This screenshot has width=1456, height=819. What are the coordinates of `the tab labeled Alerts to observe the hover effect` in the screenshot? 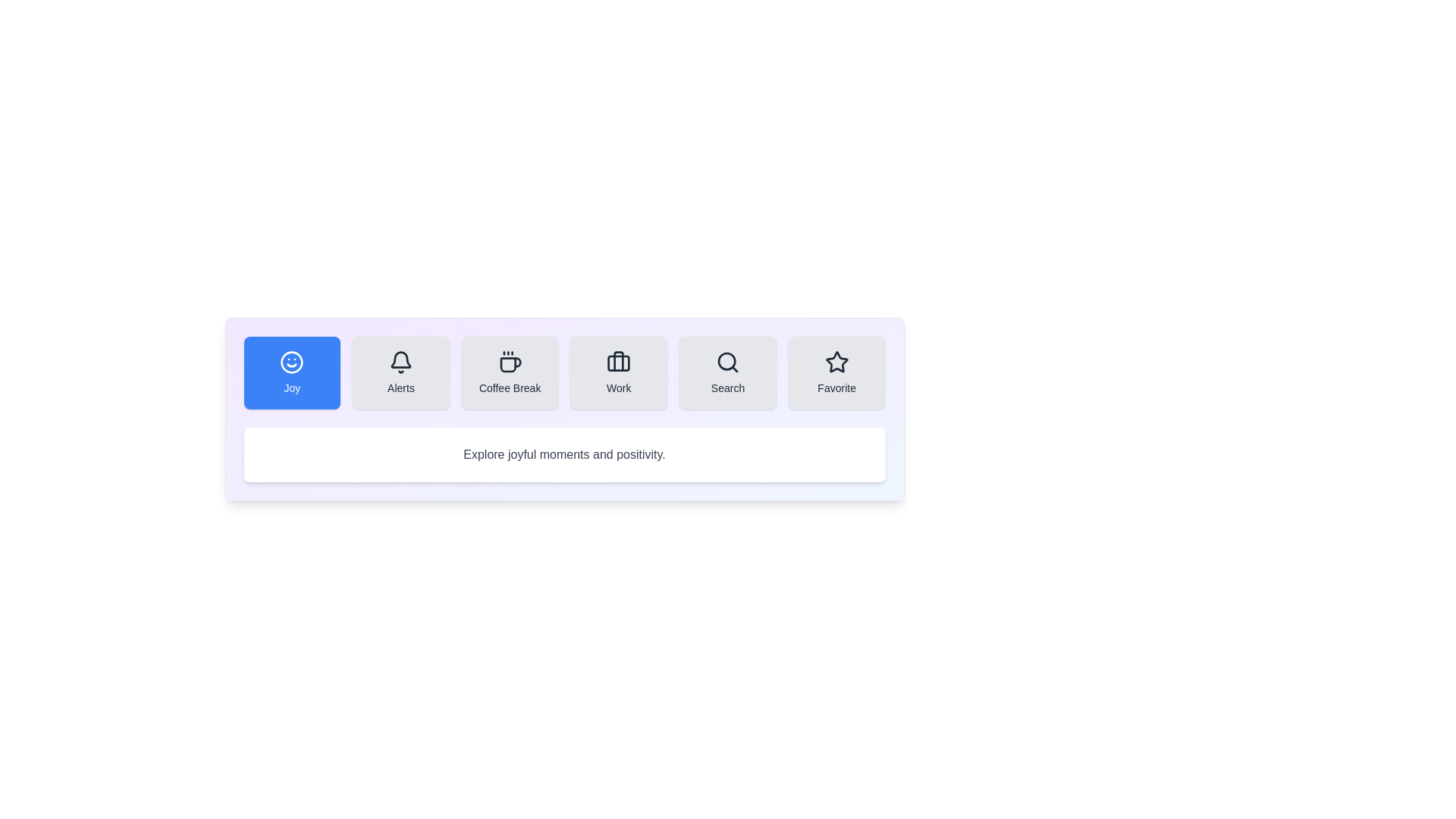 It's located at (400, 373).